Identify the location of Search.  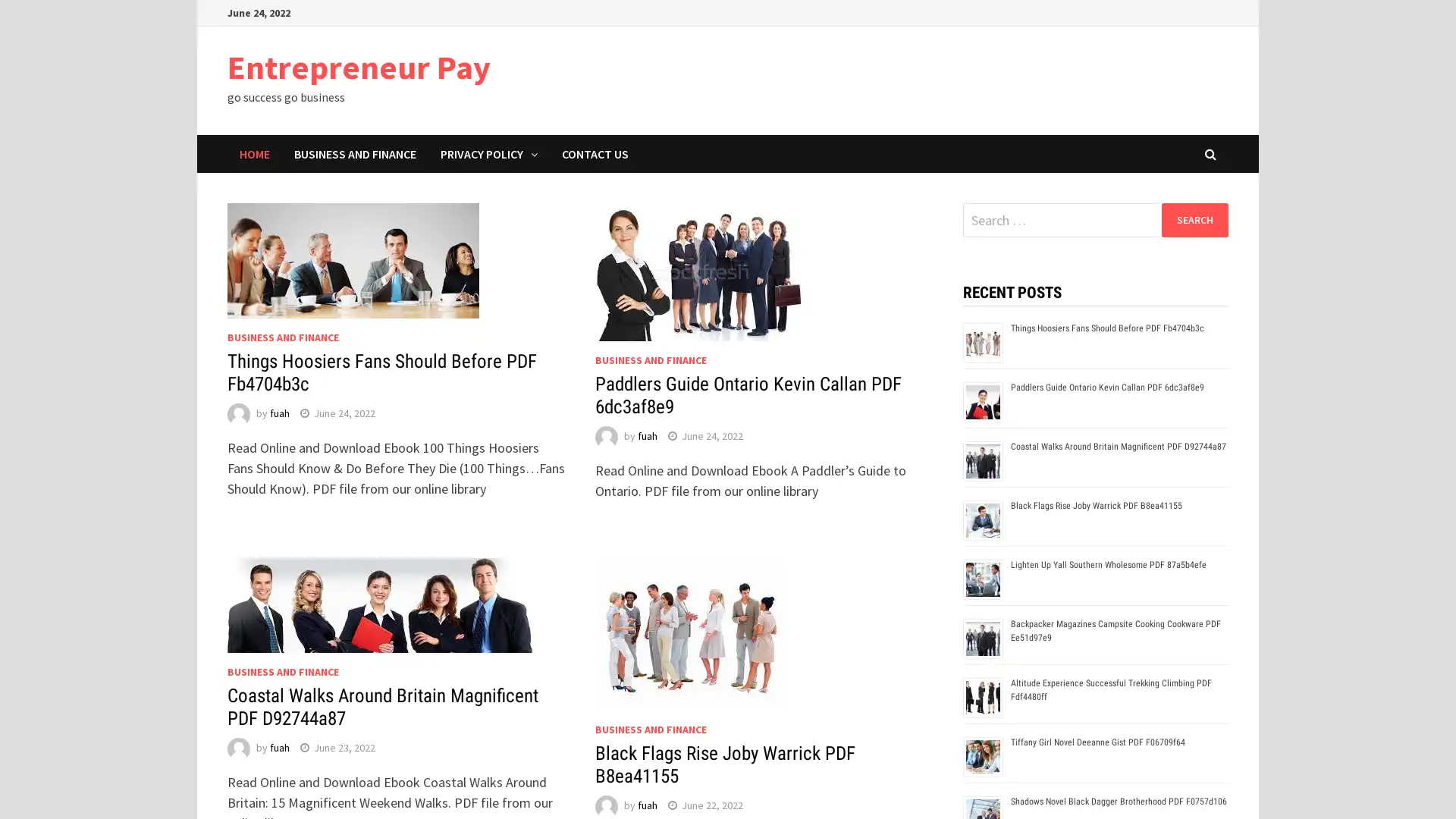
(1194, 219).